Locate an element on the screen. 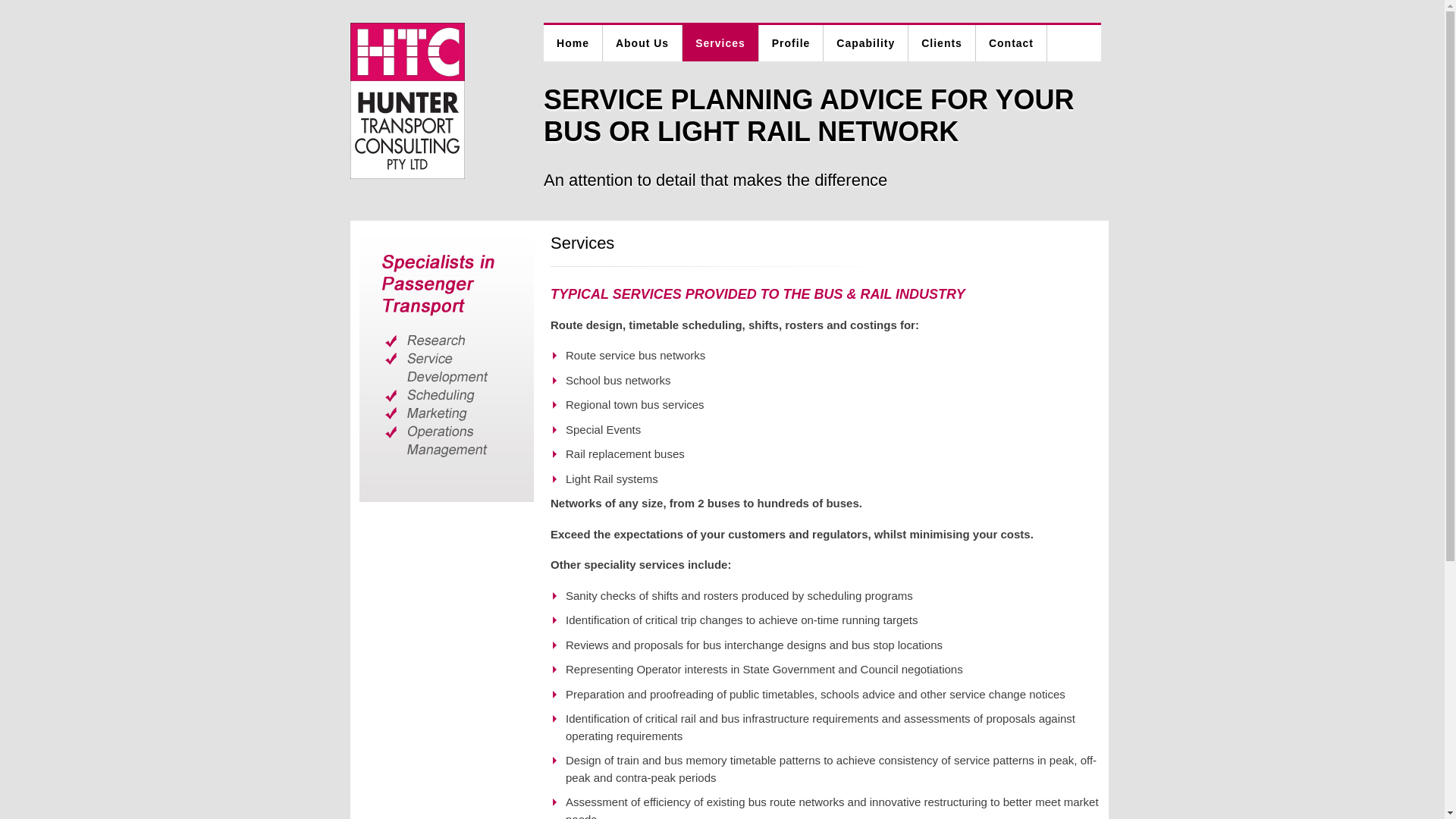 The width and height of the screenshot is (1456, 819). 'Contact' is located at coordinates (1012, 42).